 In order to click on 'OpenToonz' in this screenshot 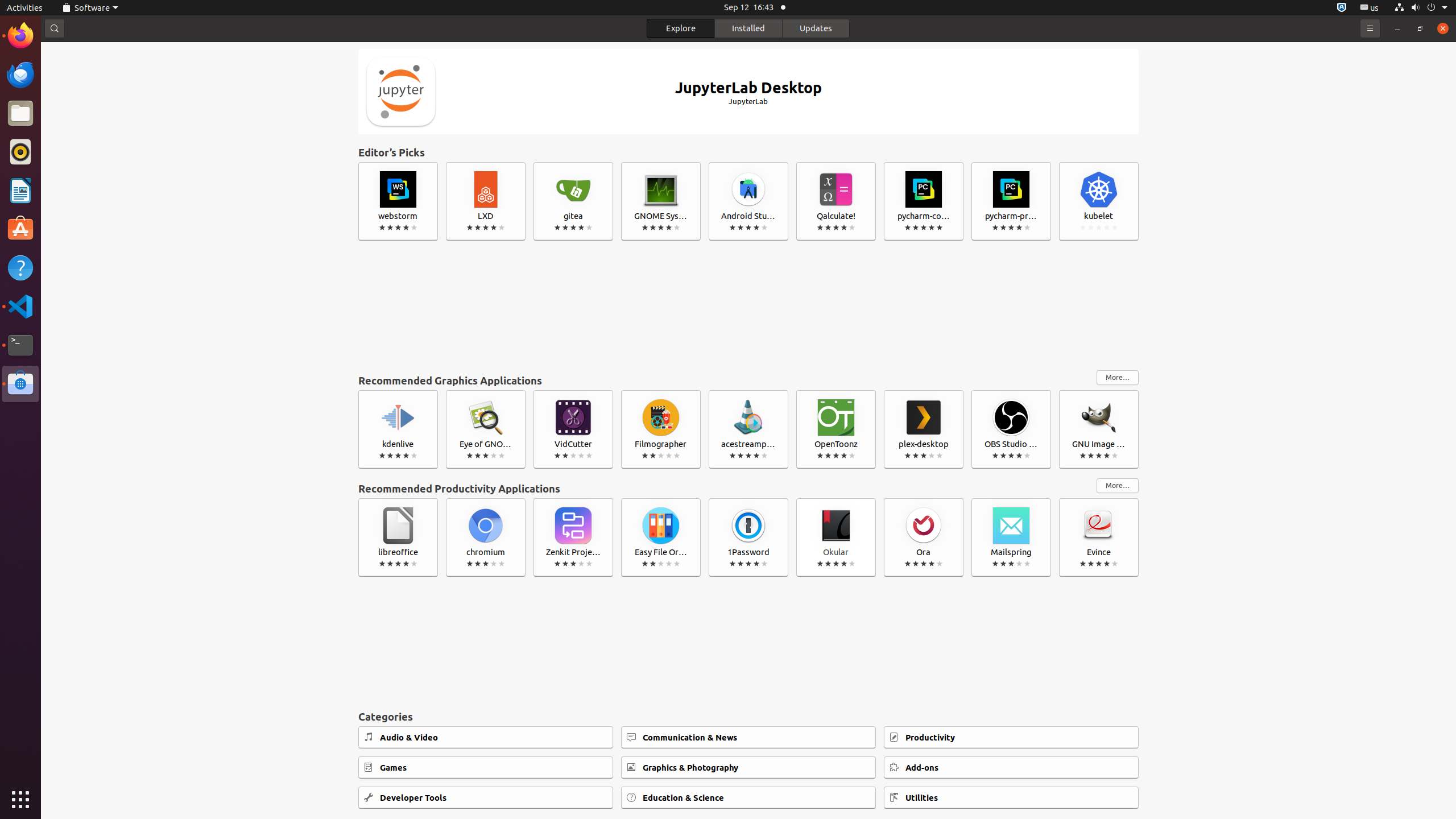, I will do `click(835, 429)`.